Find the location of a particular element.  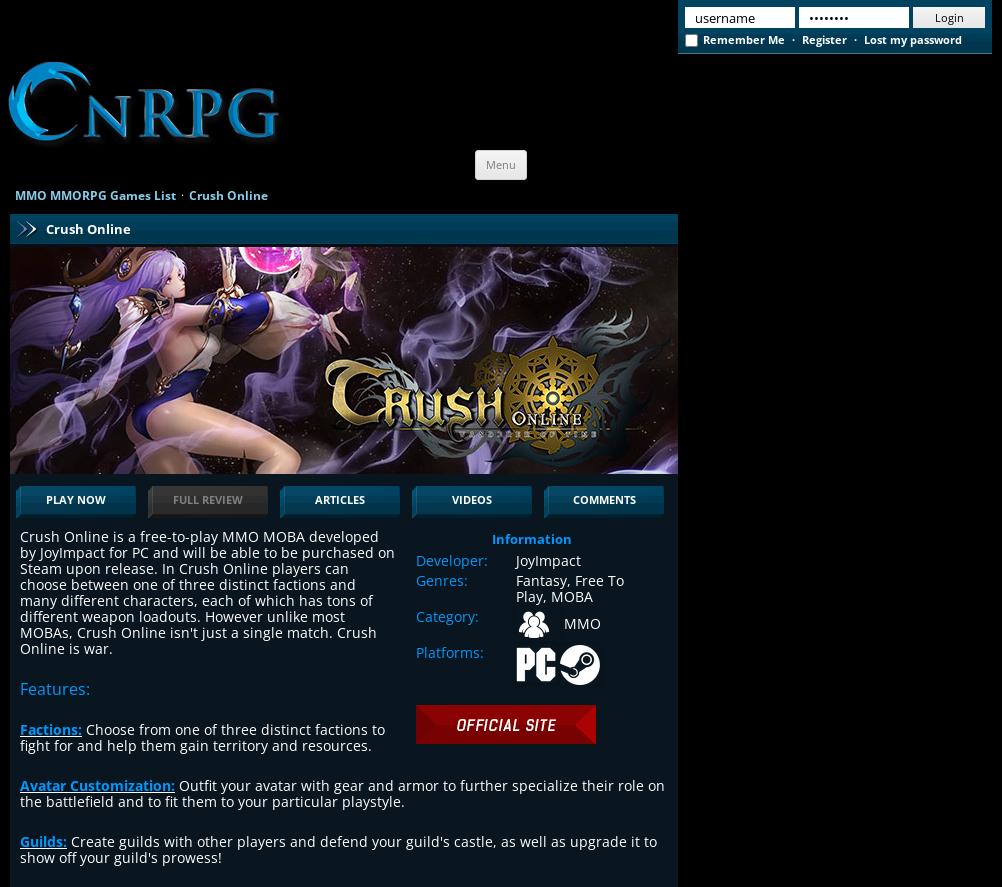

'Category:' is located at coordinates (446, 615).